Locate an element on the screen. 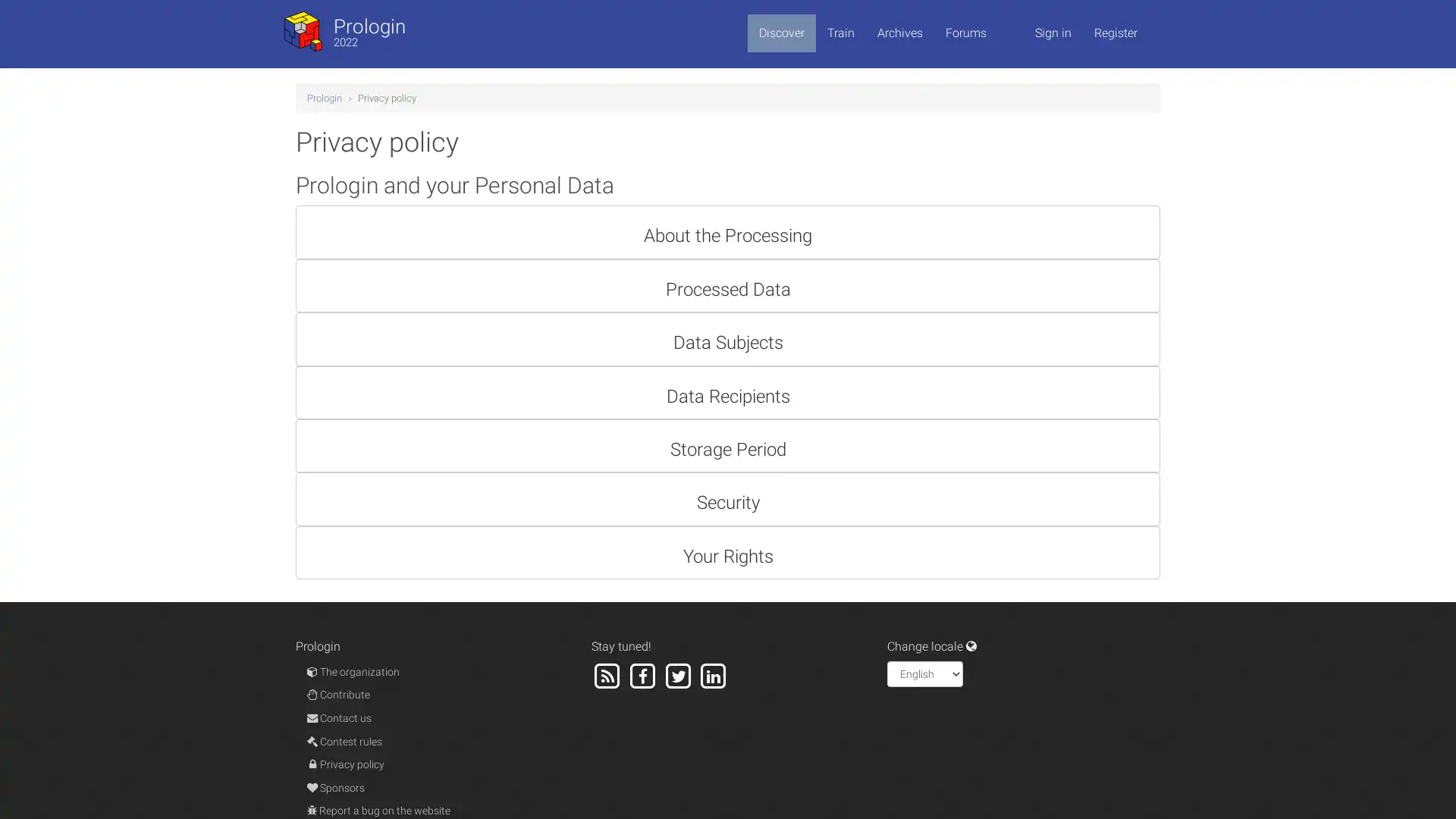  About the Processing is located at coordinates (728, 231).